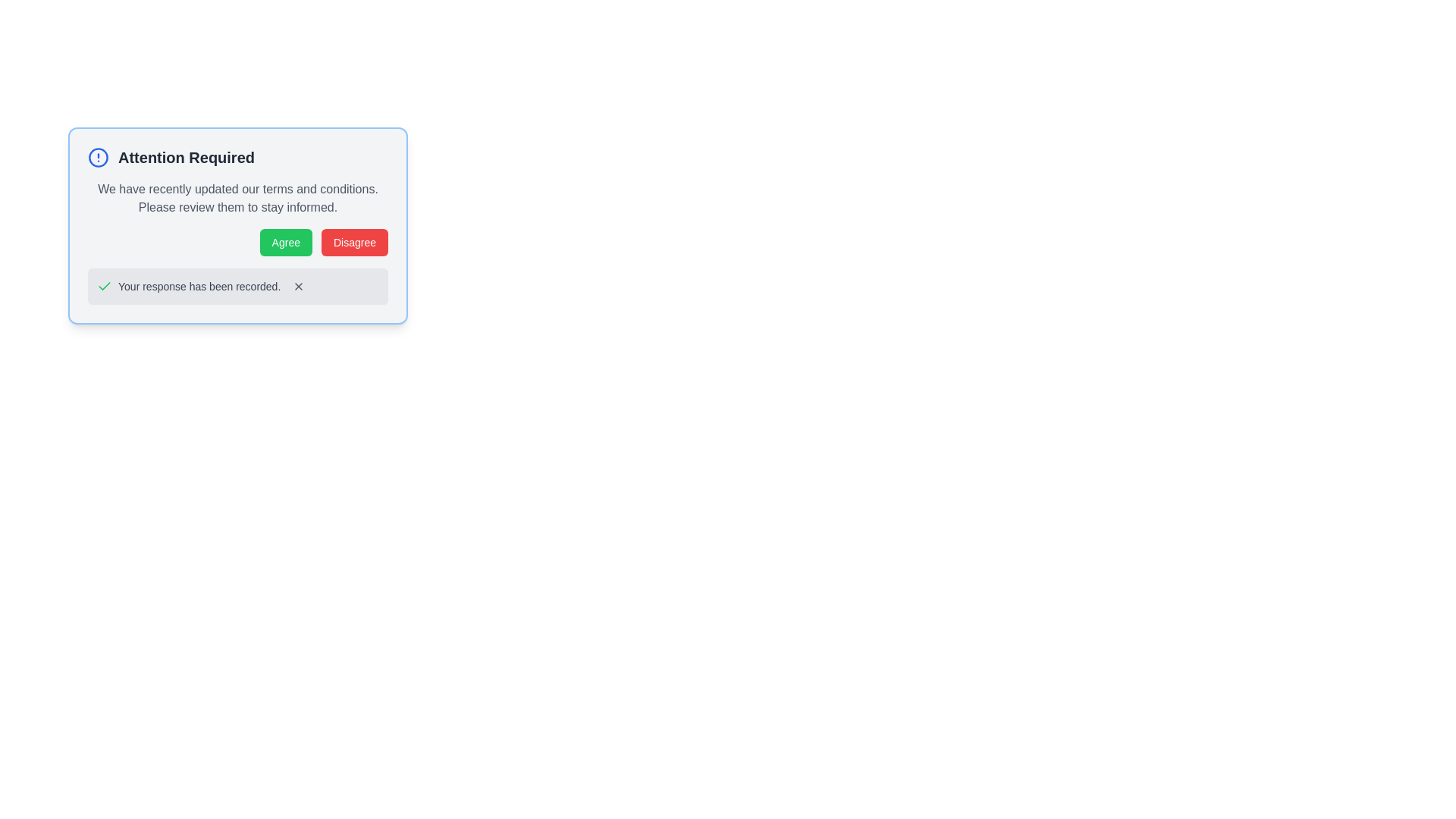 The height and width of the screenshot is (819, 1456). Describe the element at coordinates (286, 242) in the screenshot. I see `the 'Agree' button, which is a green rectangular button with rounded corners and white text located in the bottom right portion of a modal window` at that location.